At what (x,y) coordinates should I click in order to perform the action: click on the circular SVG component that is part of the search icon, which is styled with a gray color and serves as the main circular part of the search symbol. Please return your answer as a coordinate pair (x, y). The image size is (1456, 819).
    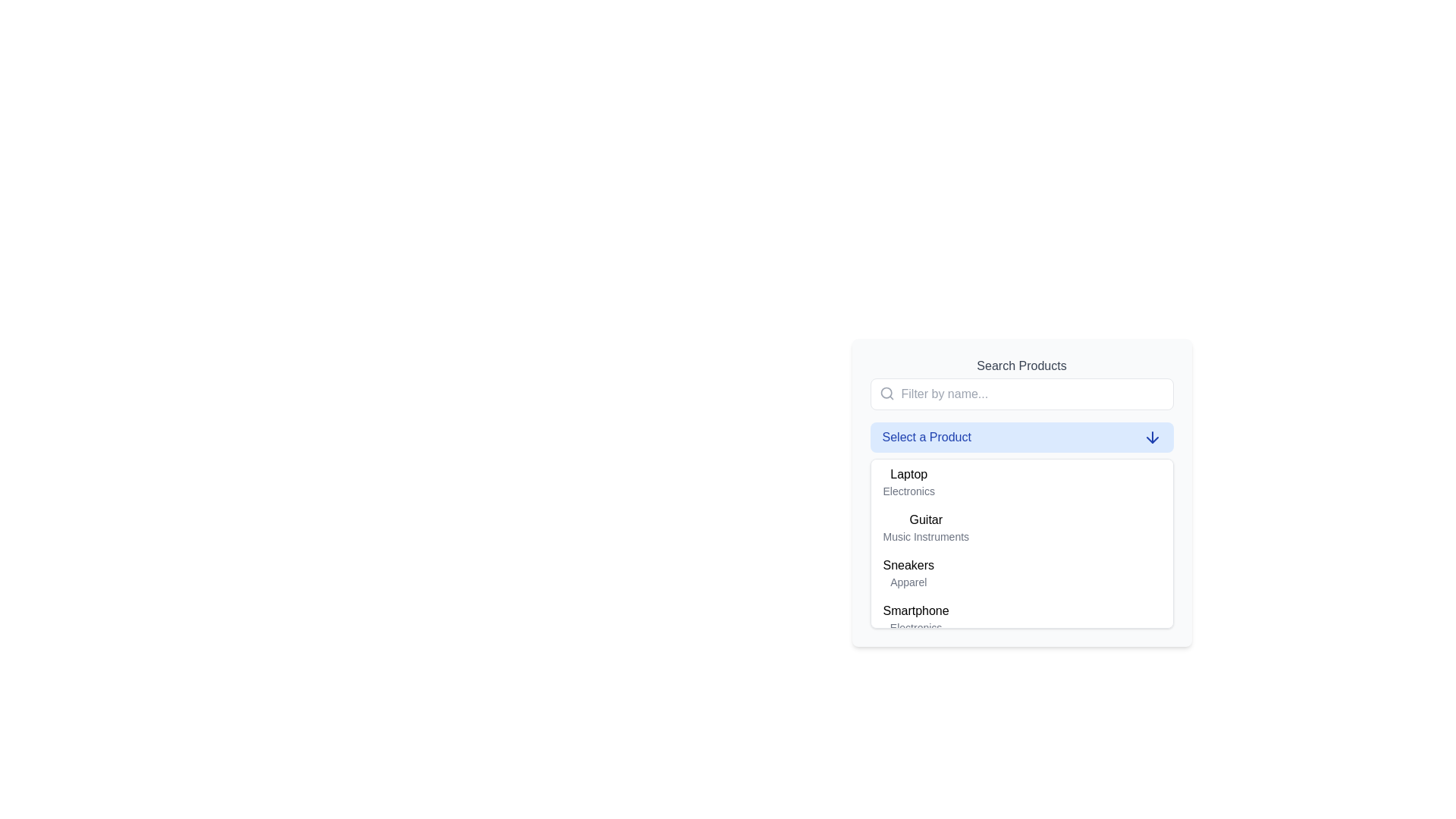
    Looking at the image, I should click on (886, 392).